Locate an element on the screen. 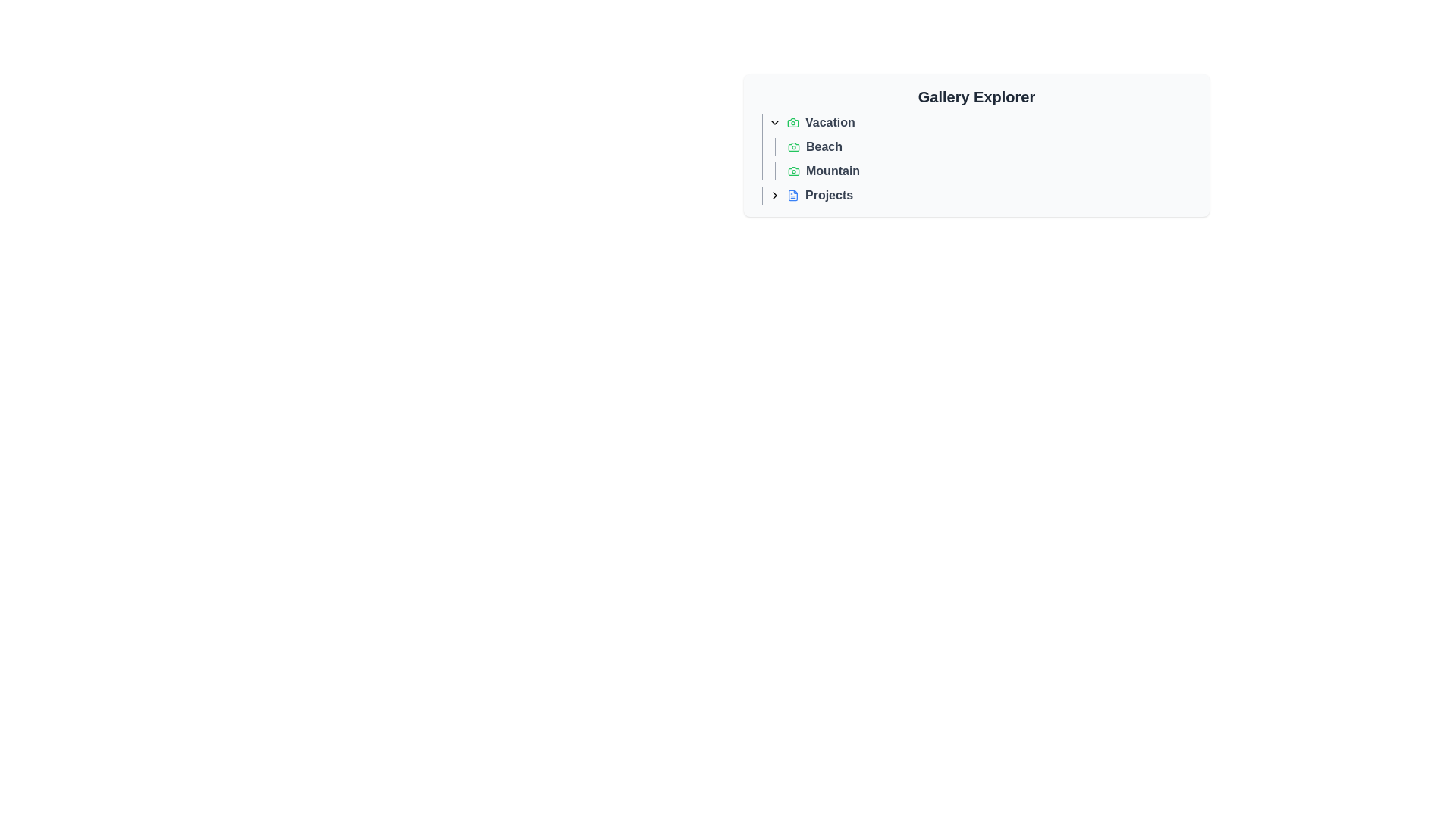 This screenshot has height=819, width=1456. the right-pointing chevron icon located to the left of the text labeled 'Projects' to observe potential tooltip or cursor changes is located at coordinates (775, 195).